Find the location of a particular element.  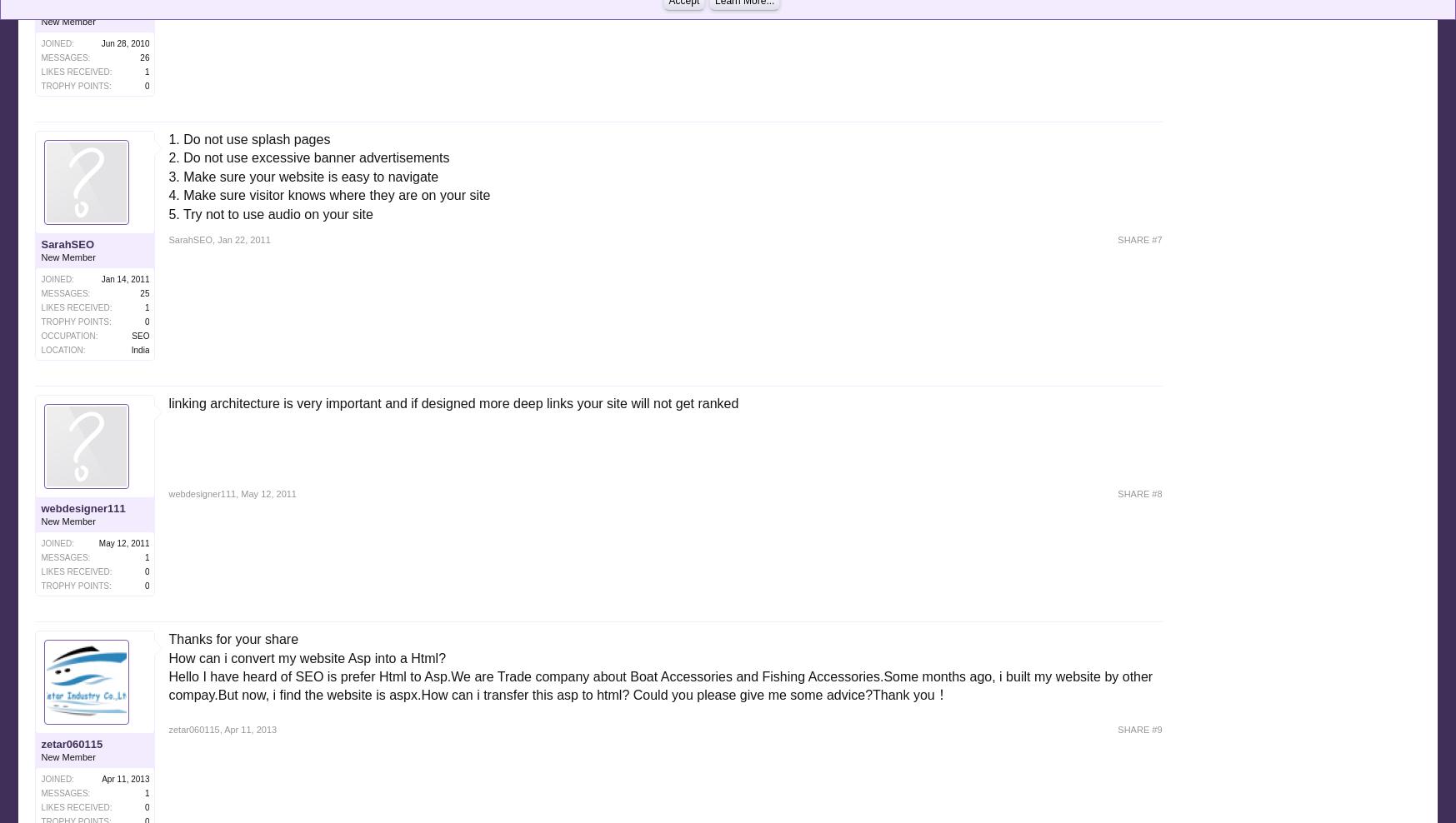

'2. Do not use excessive banner advertisements' is located at coordinates (308, 157).